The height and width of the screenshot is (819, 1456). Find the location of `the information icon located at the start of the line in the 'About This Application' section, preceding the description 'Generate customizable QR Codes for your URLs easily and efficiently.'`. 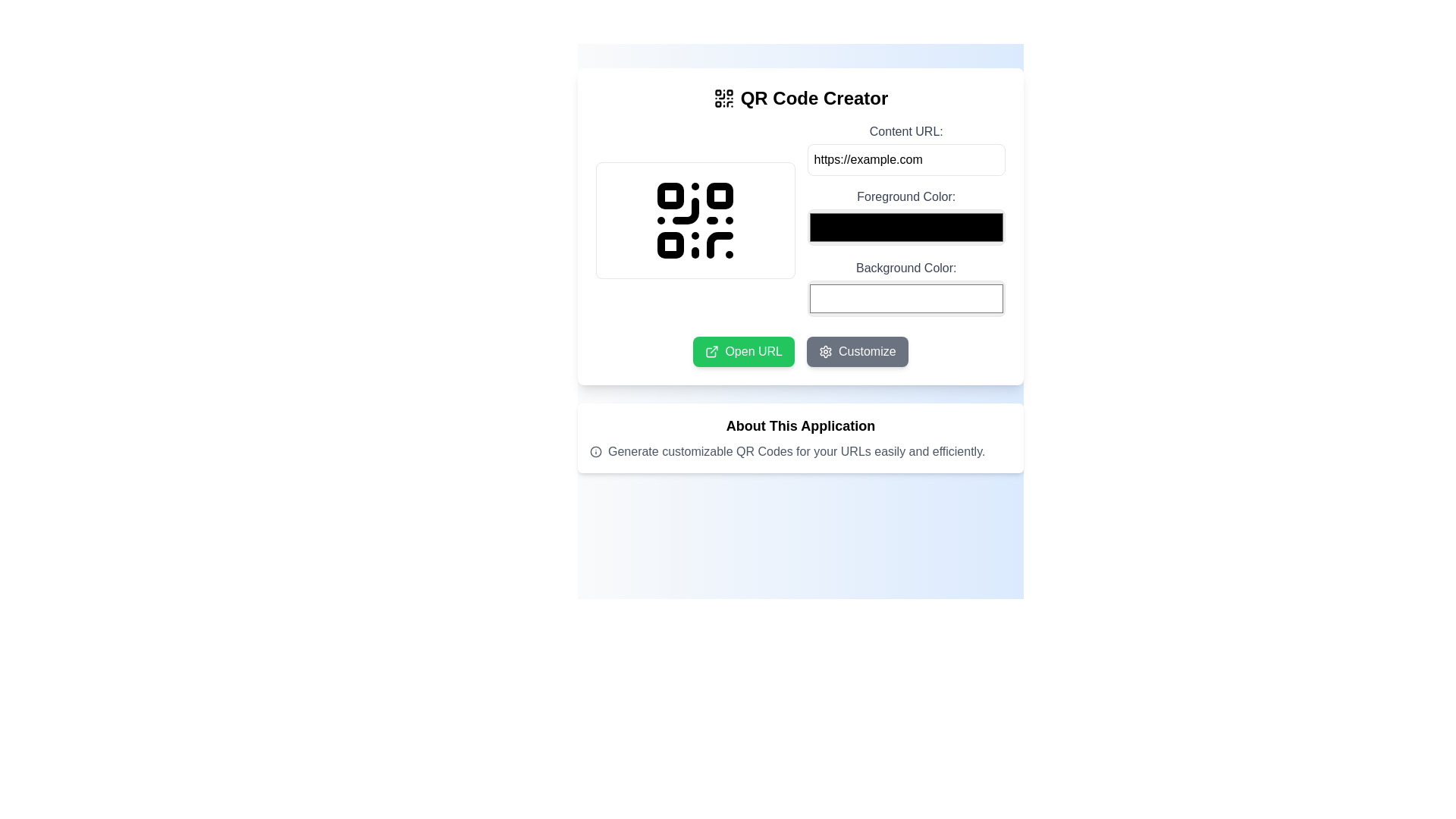

the information icon located at the start of the line in the 'About This Application' section, preceding the description 'Generate customizable QR Codes for your URLs easily and efficiently.' is located at coordinates (595, 451).